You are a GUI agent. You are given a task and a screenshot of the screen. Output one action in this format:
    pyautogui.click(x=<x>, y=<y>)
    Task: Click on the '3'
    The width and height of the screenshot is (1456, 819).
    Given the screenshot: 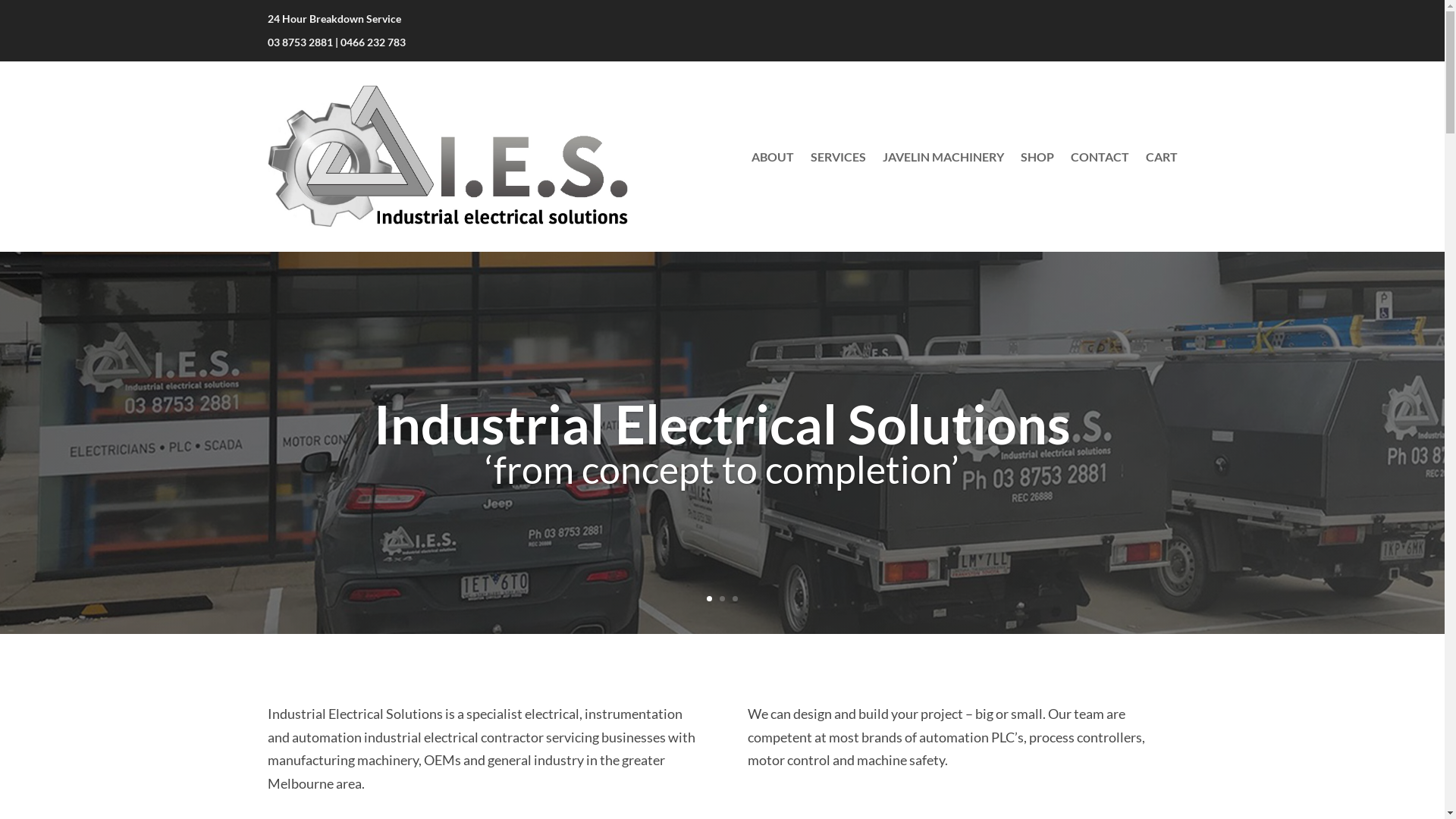 What is the action you would take?
    pyautogui.click(x=735, y=598)
    